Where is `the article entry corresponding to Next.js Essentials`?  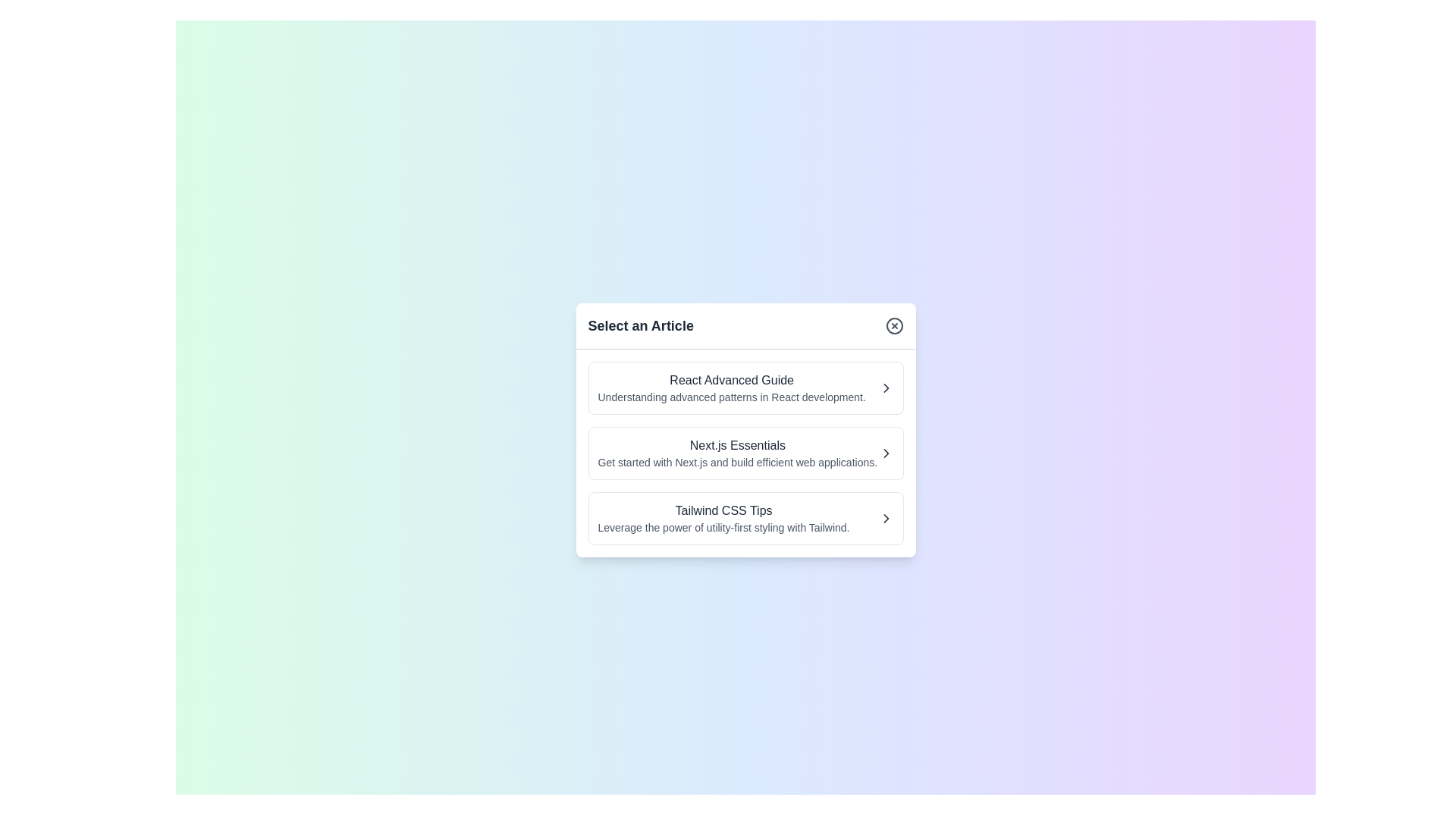
the article entry corresponding to Next.js Essentials is located at coordinates (745, 452).